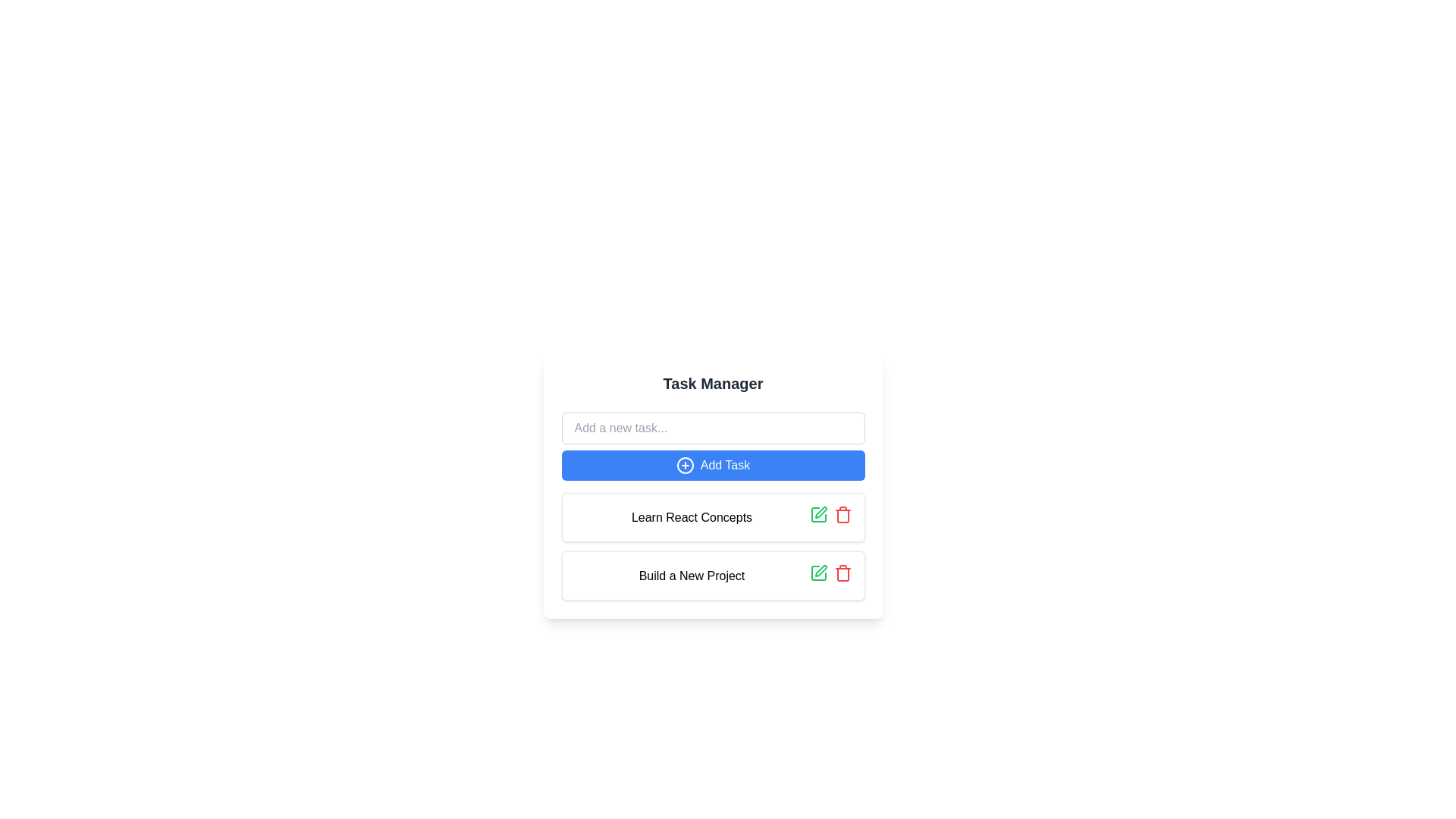 This screenshot has height=819, width=1456. I want to click on the editing tool icon located in the second row of the task list, next to the 'Build a New Project' label, so click(820, 570).